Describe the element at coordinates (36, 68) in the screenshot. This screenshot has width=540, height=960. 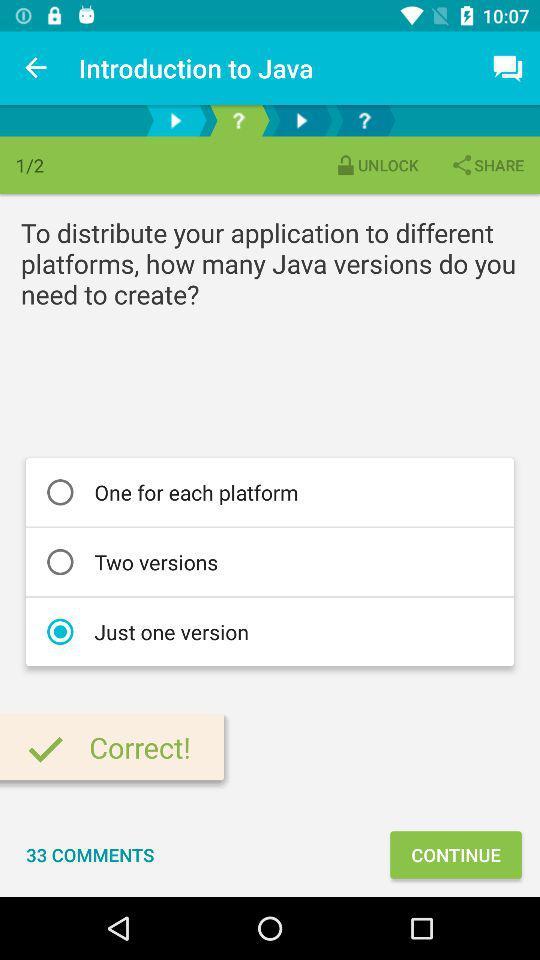
I see `item to the left of introduction to java icon` at that location.